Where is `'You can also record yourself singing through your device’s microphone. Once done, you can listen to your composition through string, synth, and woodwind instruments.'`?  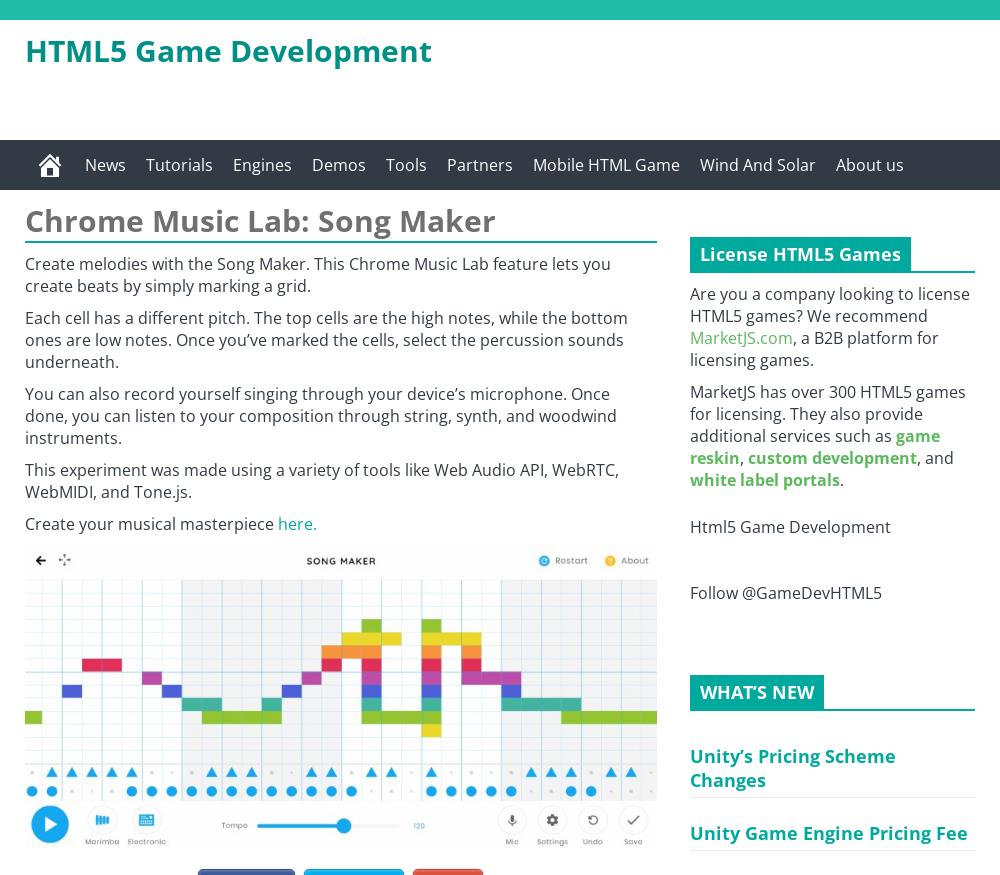
'You can also record yourself singing through your device’s microphone. Once done, you can listen to your composition through string, synth, and woodwind instruments.' is located at coordinates (320, 414).